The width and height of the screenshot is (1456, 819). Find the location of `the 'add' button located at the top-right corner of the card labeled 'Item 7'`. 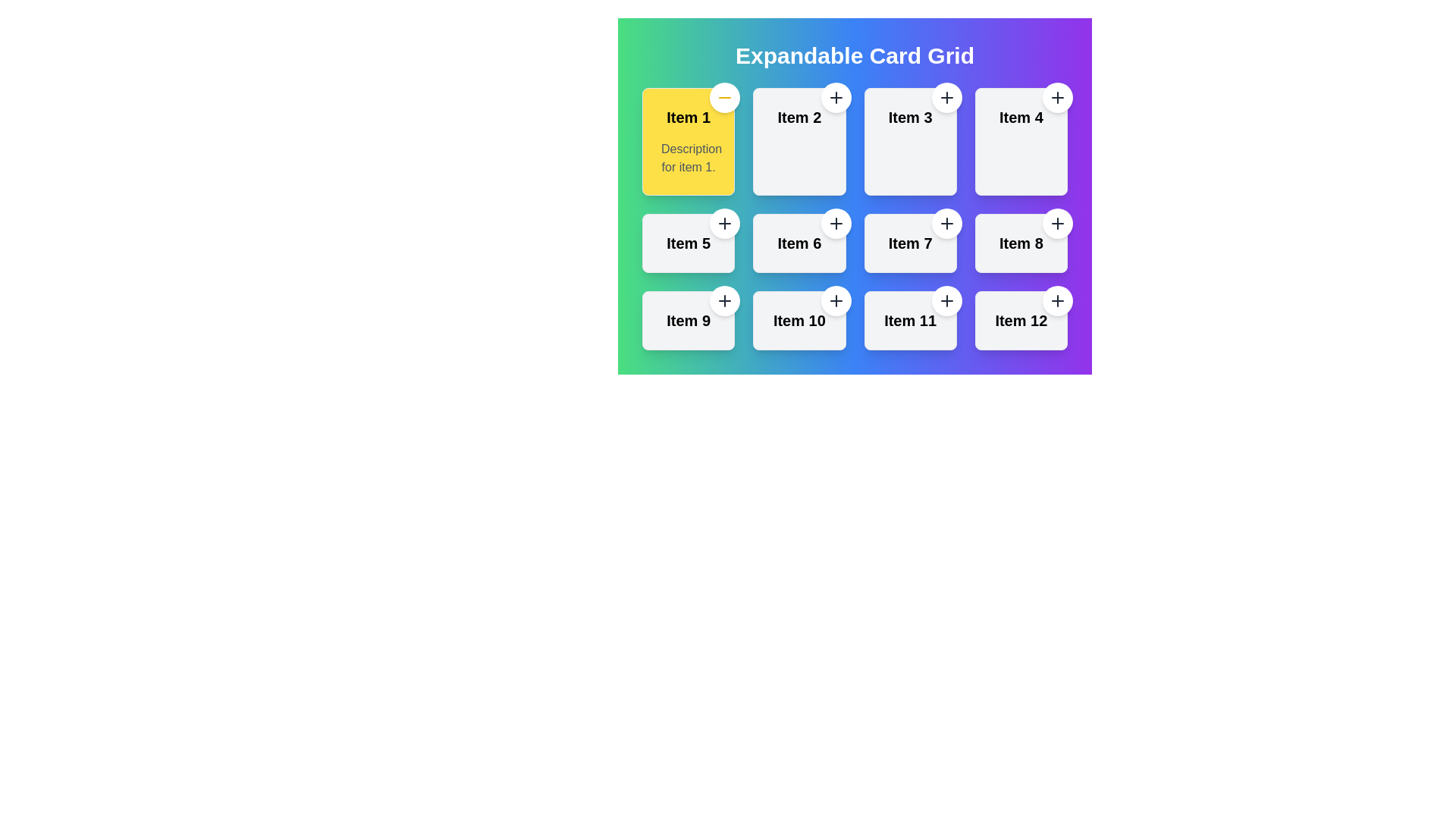

the 'add' button located at the top-right corner of the card labeled 'Item 7' is located at coordinates (946, 223).